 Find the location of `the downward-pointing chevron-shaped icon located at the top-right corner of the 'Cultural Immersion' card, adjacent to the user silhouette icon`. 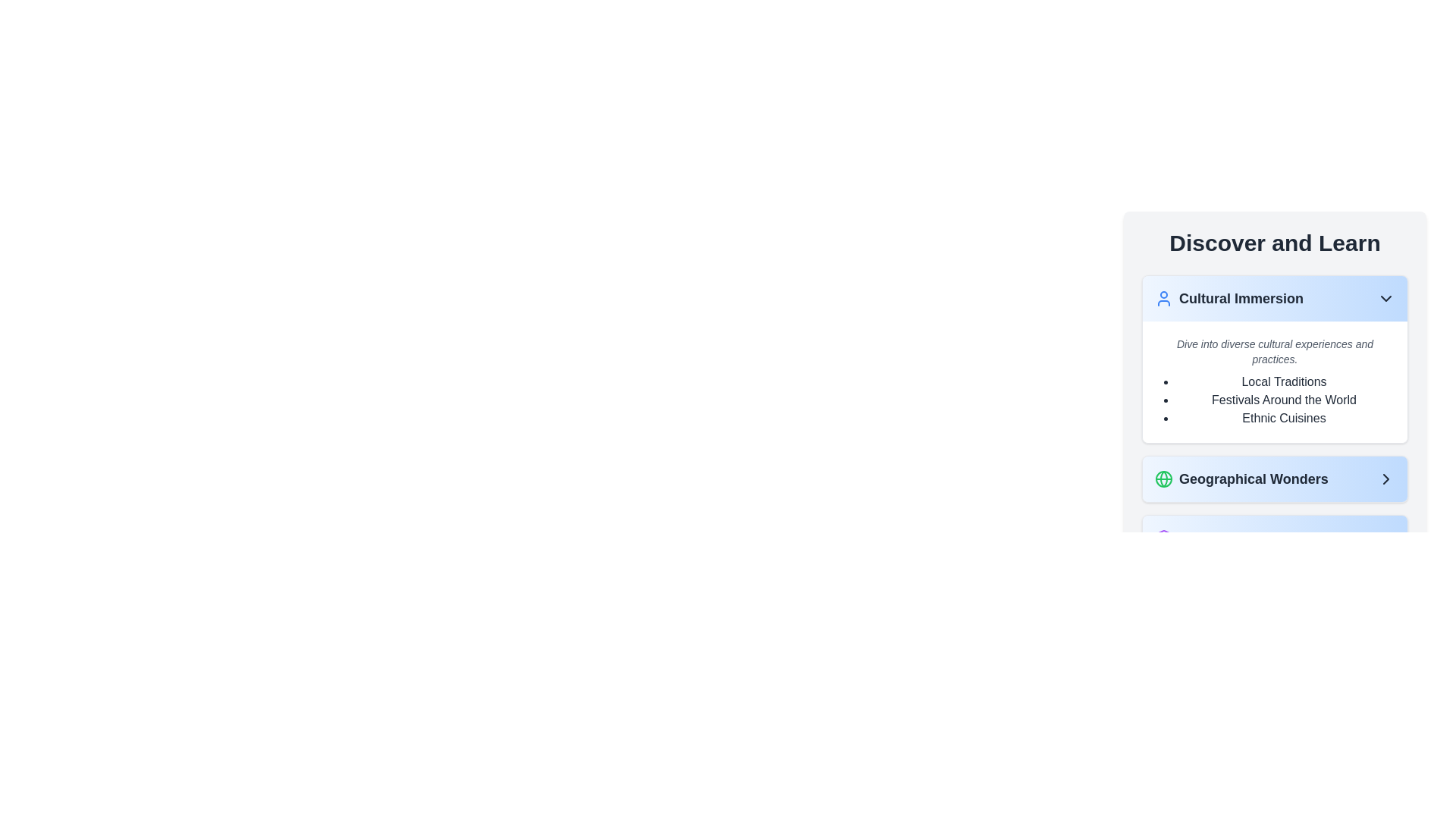

the downward-pointing chevron-shaped icon located at the top-right corner of the 'Cultural Immersion' card, adjacent to the user silhouette icon is located at coordinates (1386, 298).